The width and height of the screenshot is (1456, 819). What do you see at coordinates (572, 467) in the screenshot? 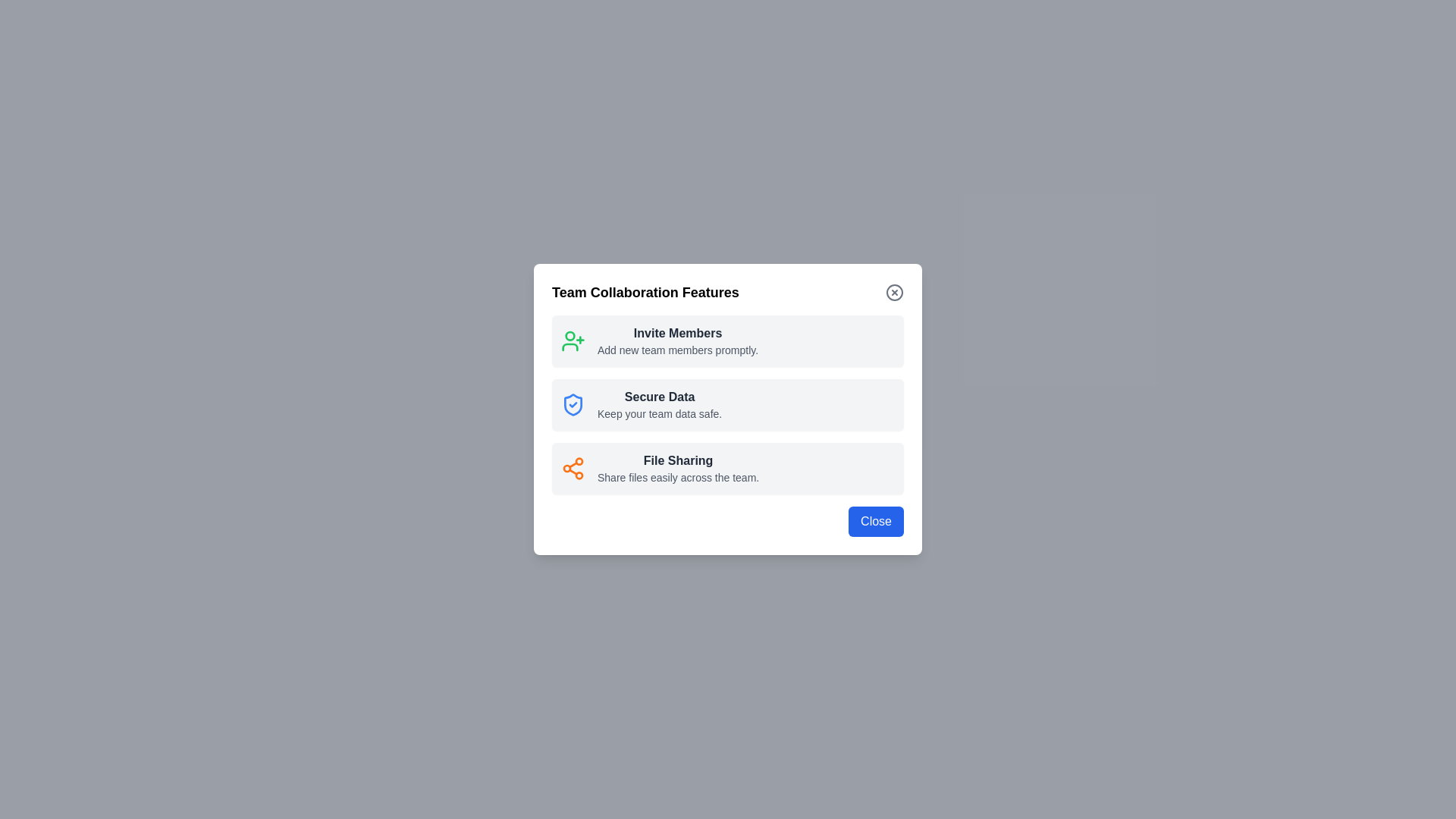
I see `the feature icon corresponding to File Sharing` at bounding box center [572, 467].